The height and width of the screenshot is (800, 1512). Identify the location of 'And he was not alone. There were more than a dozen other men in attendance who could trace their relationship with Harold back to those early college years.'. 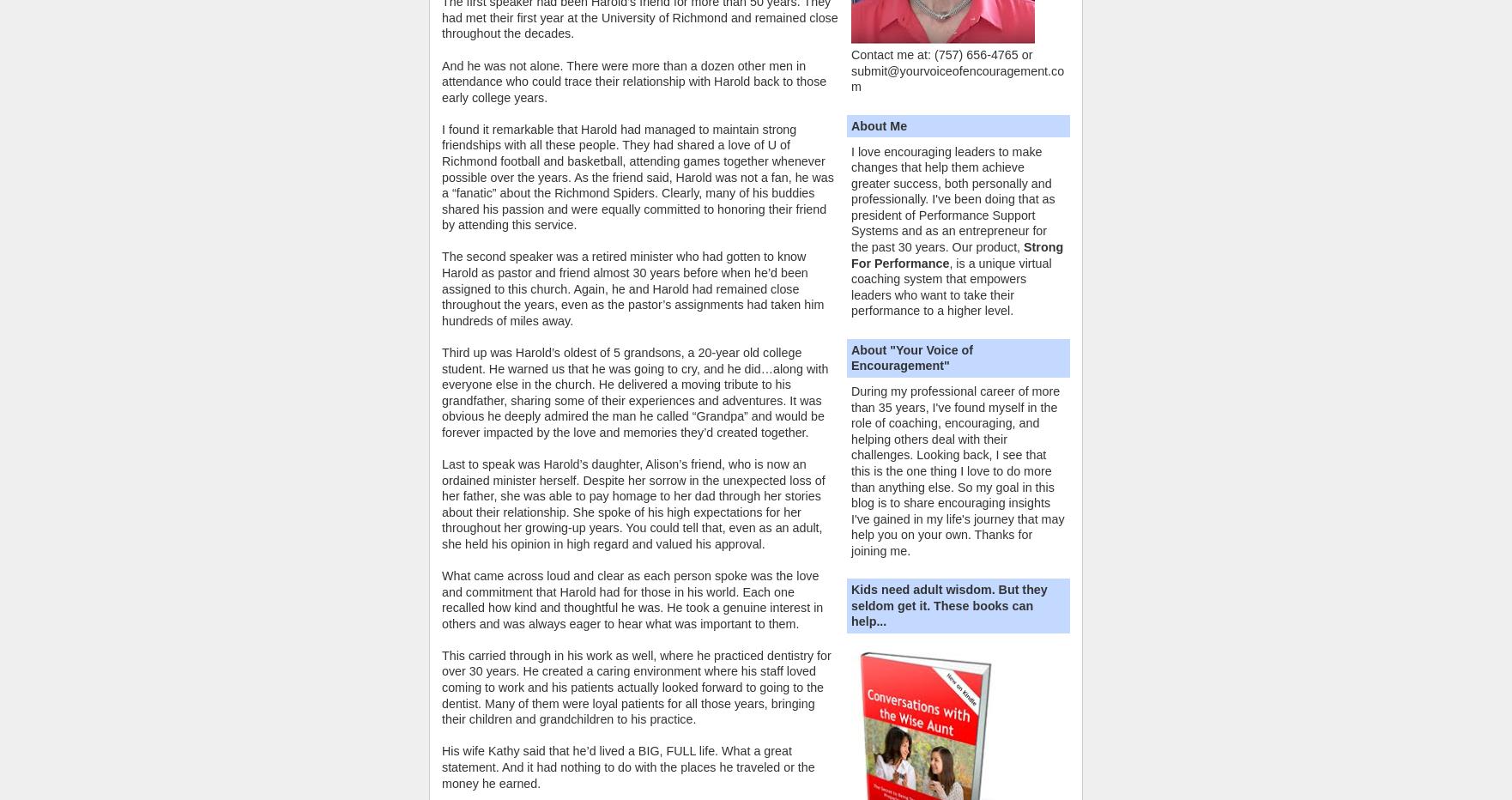
(632, 81).